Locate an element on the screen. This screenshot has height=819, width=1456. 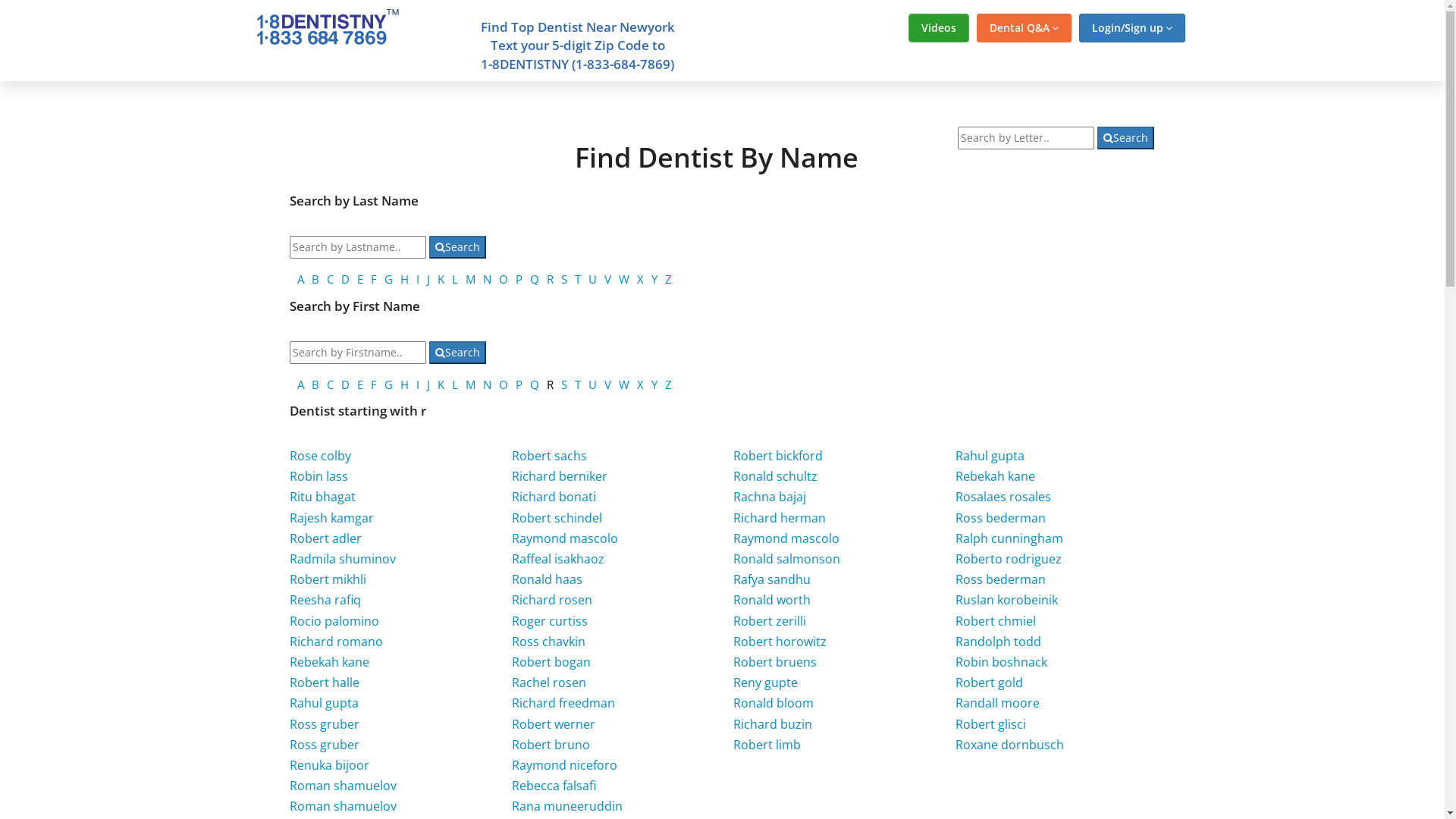
'J' is located at coordinates (425, 383).